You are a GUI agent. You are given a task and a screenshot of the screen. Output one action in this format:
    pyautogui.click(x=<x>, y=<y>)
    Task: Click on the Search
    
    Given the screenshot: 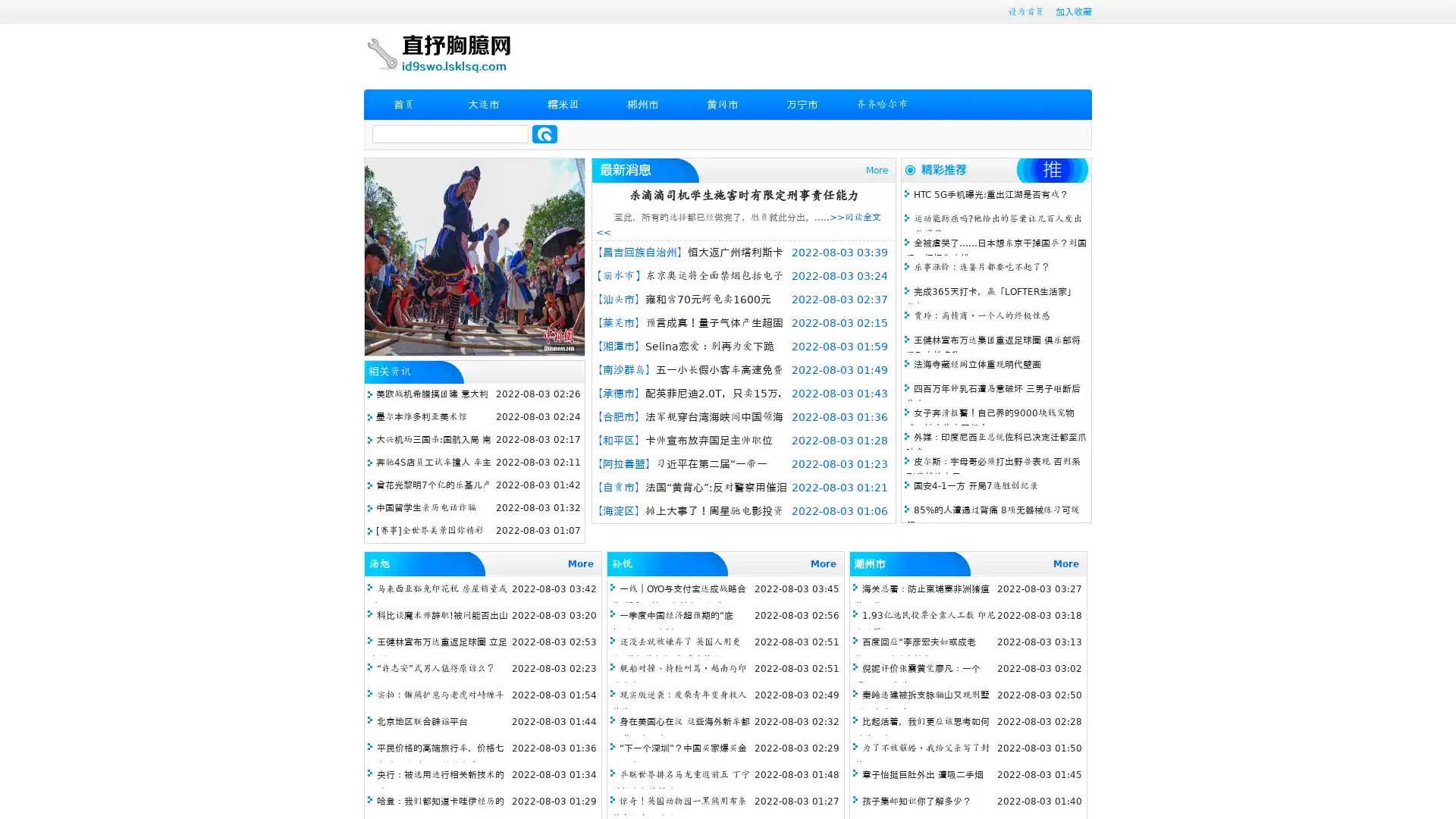 What is the action you would take?
    pyautogui.click(x=544, y=133)
    